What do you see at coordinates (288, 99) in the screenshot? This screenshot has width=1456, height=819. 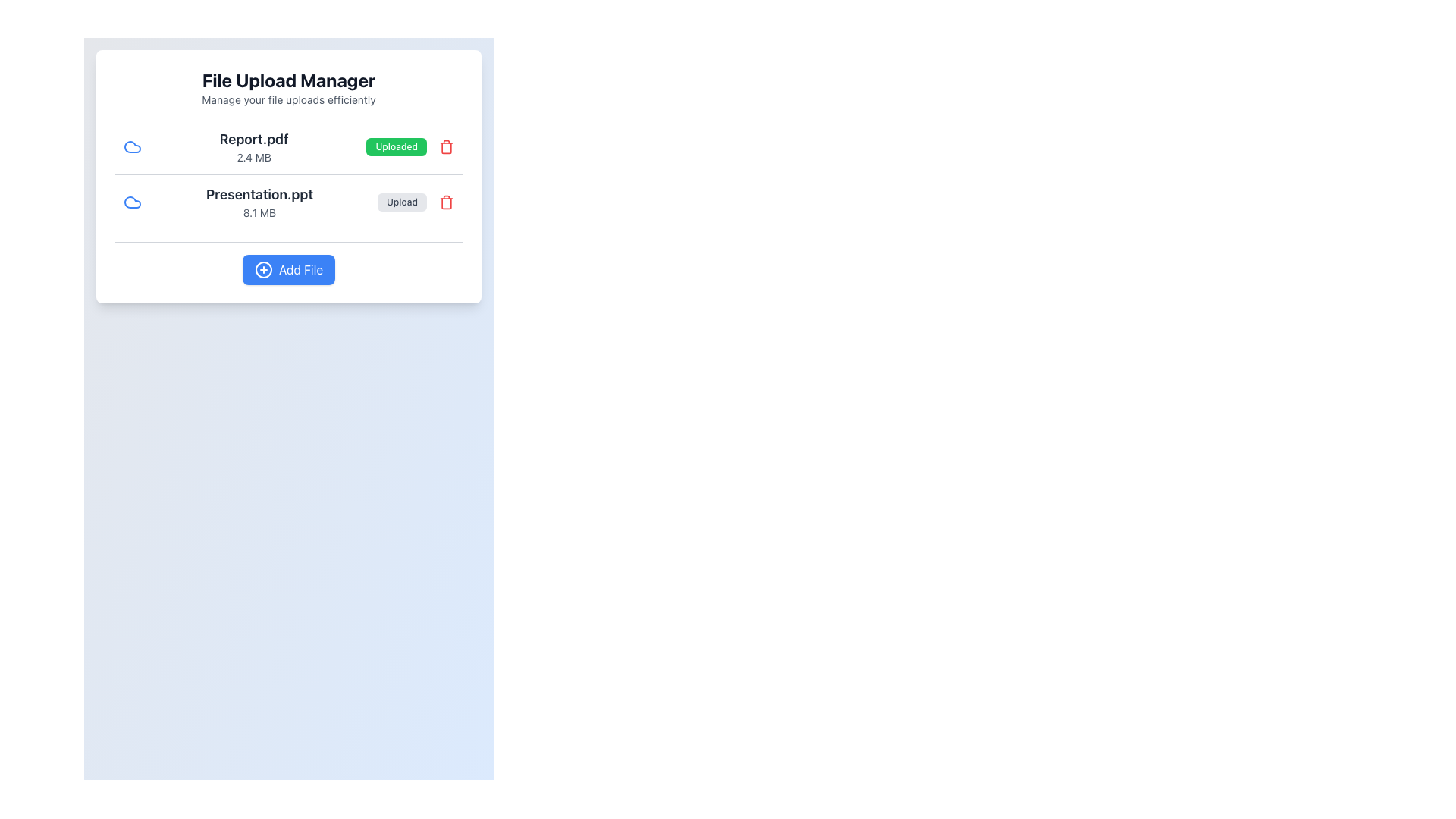 I see `the Static Text element that provides a brief description for the file upload management functionality, located near the top center of the application window` at bounding box center [288, 99].